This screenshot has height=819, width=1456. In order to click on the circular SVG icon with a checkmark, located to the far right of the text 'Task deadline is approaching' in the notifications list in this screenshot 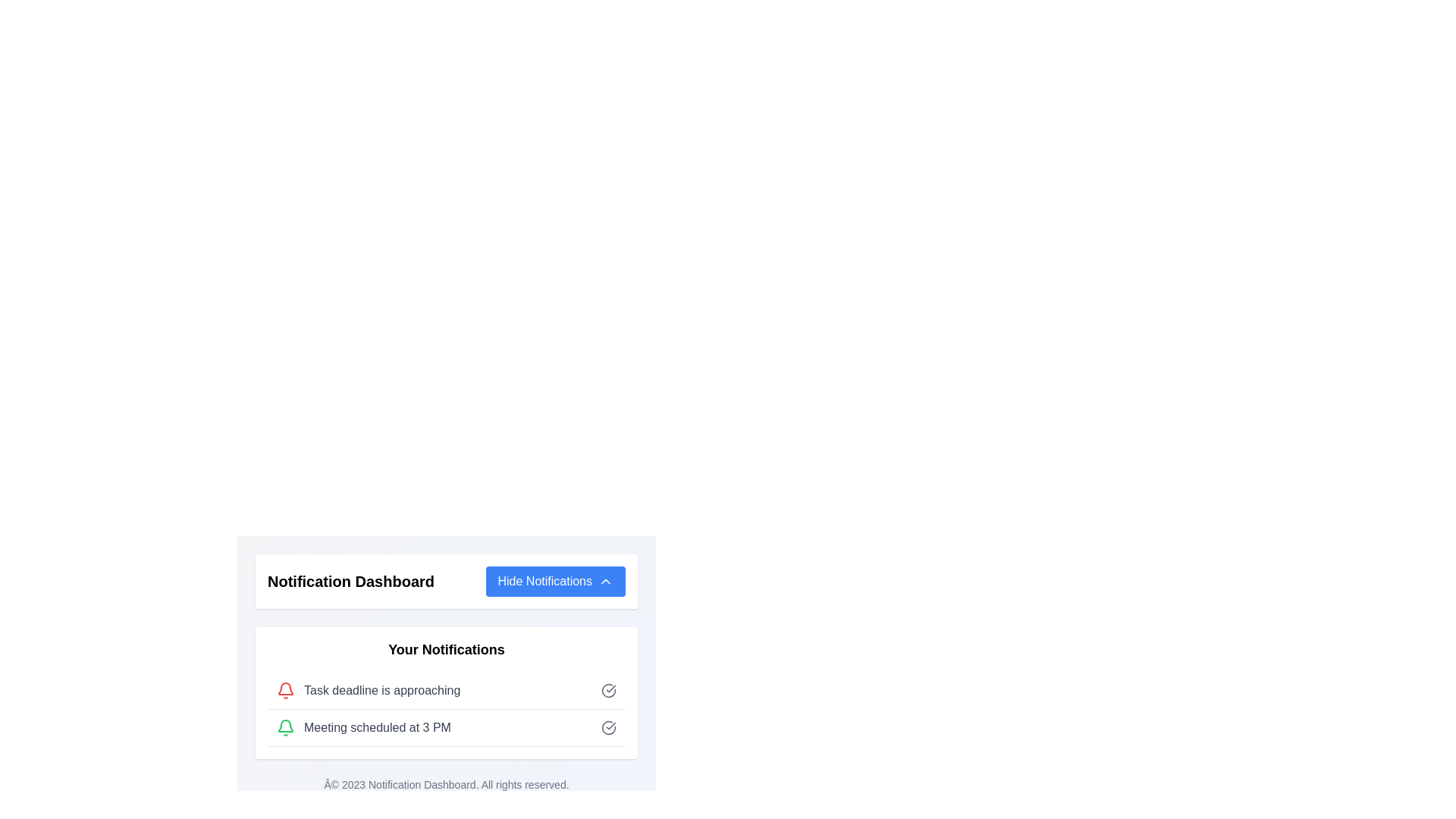, I will do `click(608, 690)`.